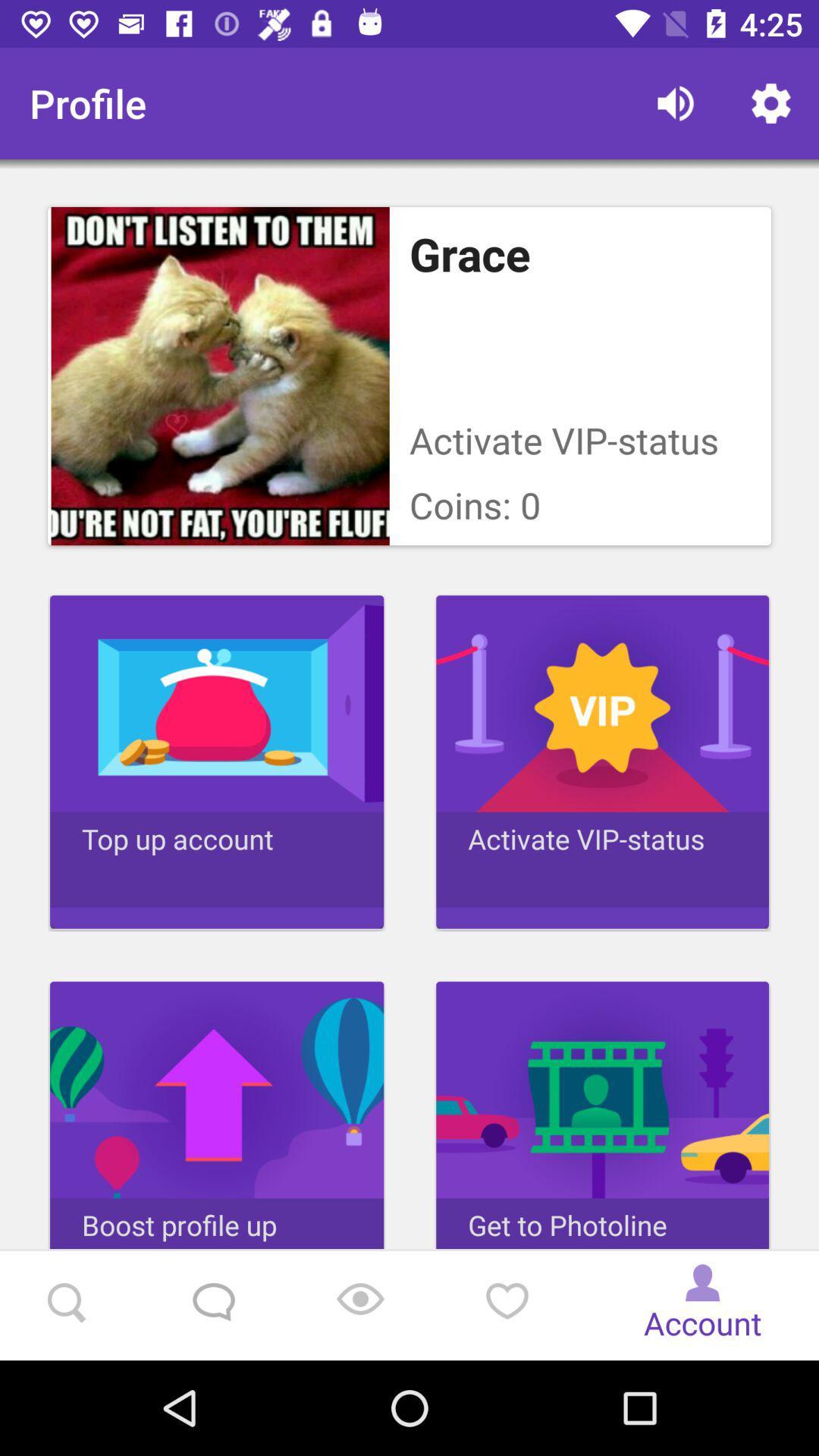 This screenshot has width=819, height=1456. What do you see at coordinates (675, 102) in the screenshot?
I see `the item to the right of the profile` at bounding box center [675, 102].